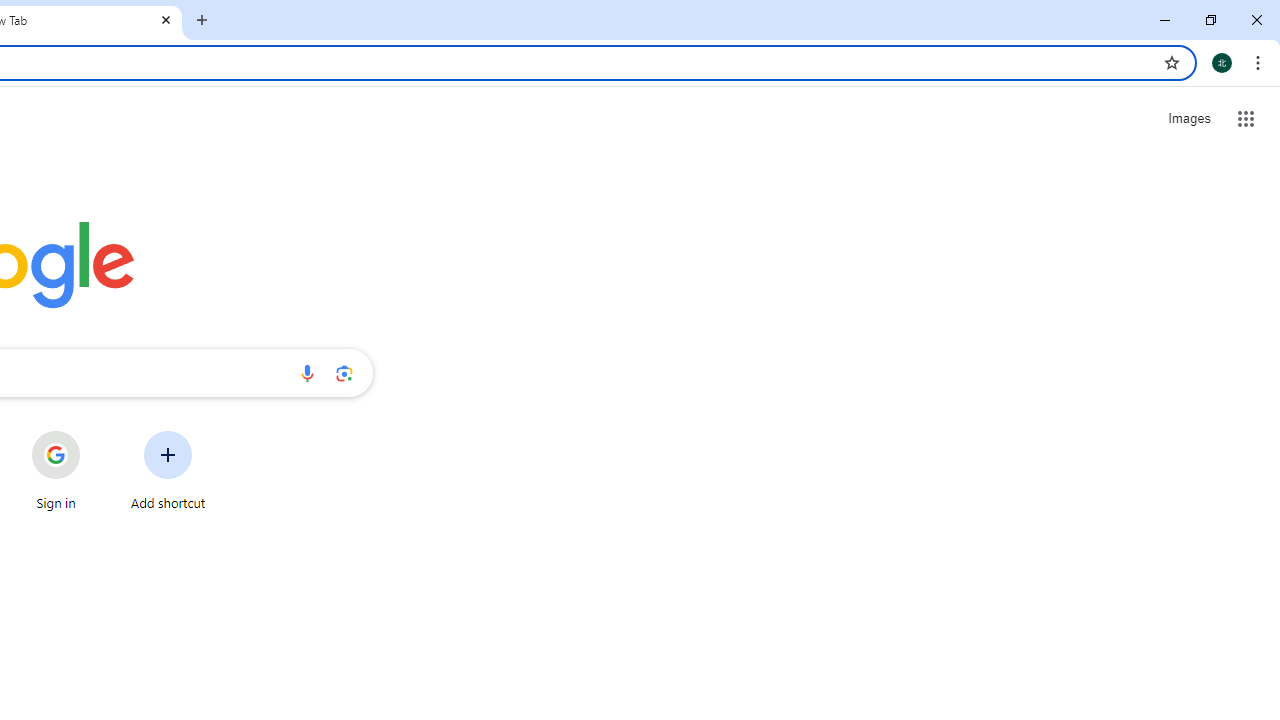 The height and width of the screenshot is (720, 1280). Describe the element at coordinates (1189, 119) in the screenshot. I see `'Search for Images '` at that location.